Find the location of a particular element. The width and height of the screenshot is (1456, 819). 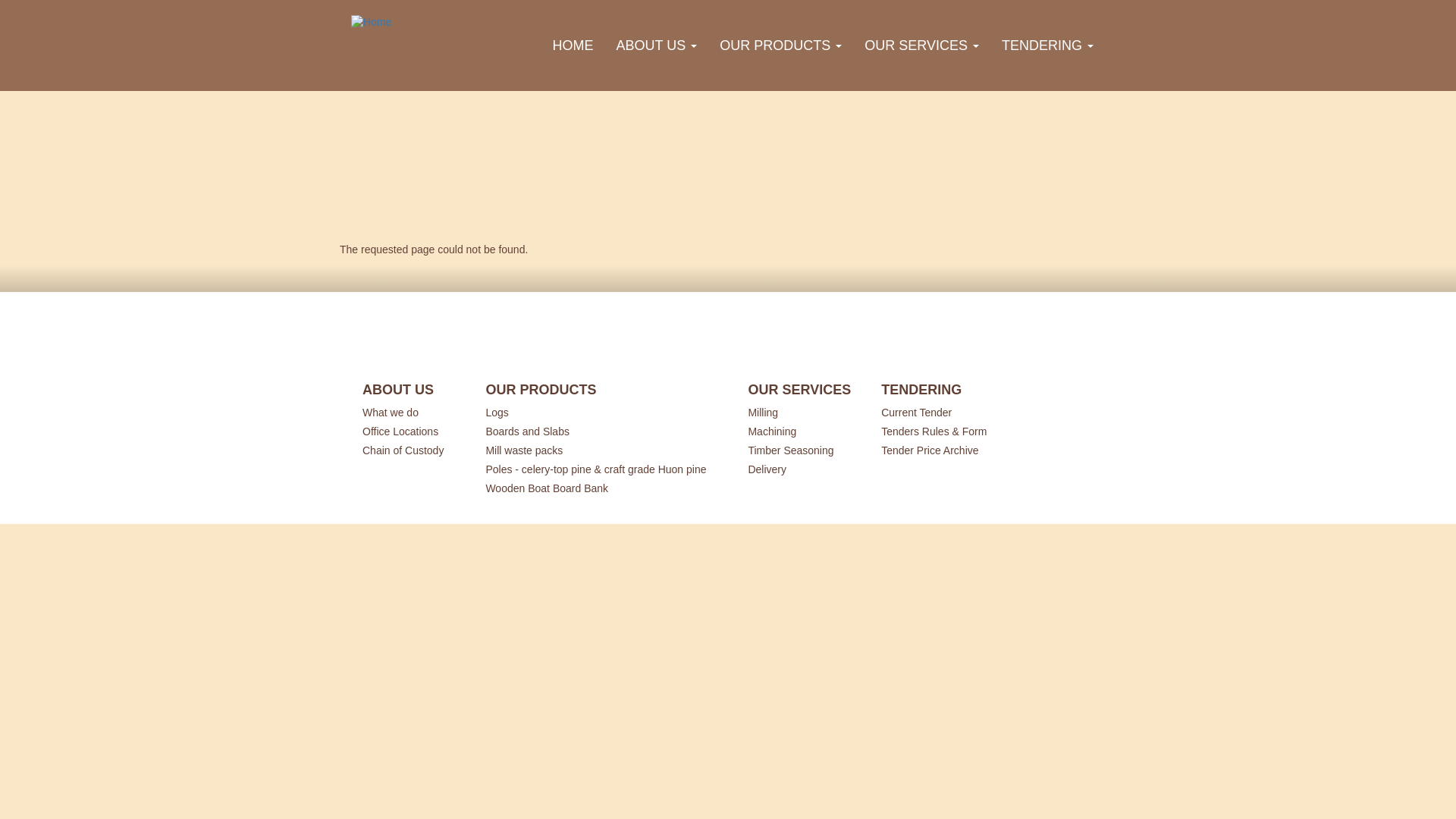

'Office Locations' is located at coordinates (408, 430).